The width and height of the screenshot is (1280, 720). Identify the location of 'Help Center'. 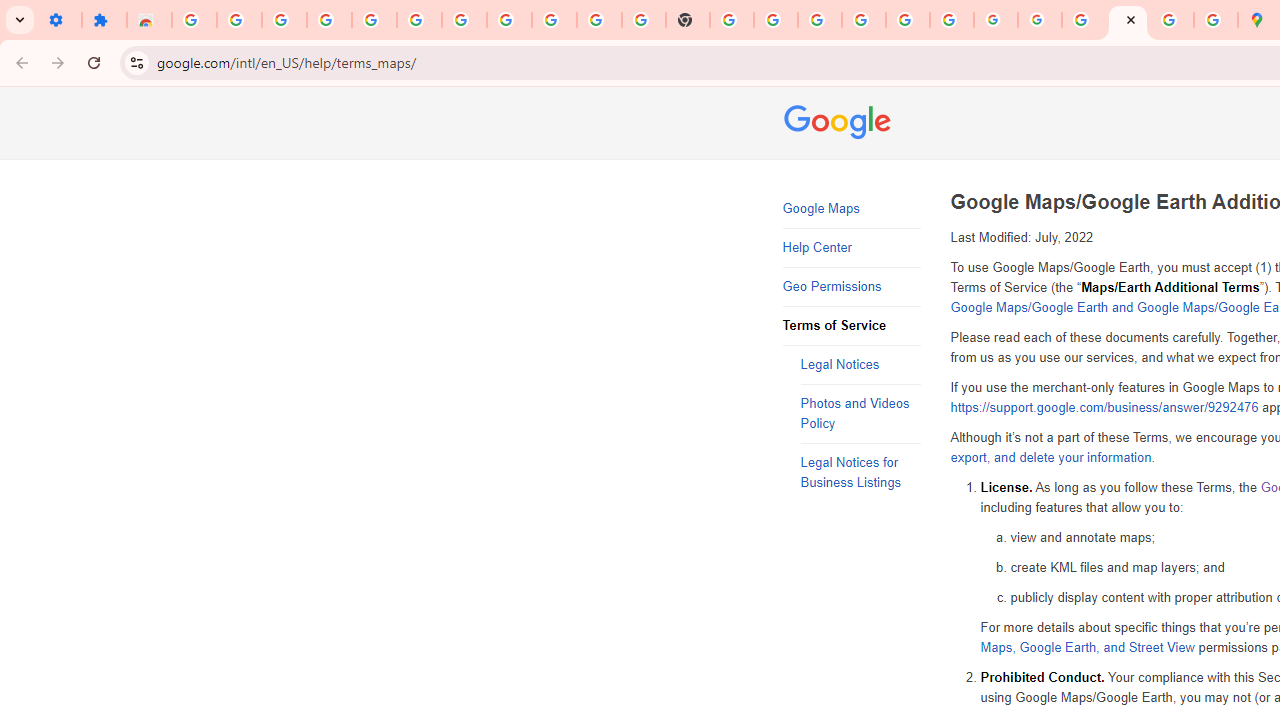
(851, 247).